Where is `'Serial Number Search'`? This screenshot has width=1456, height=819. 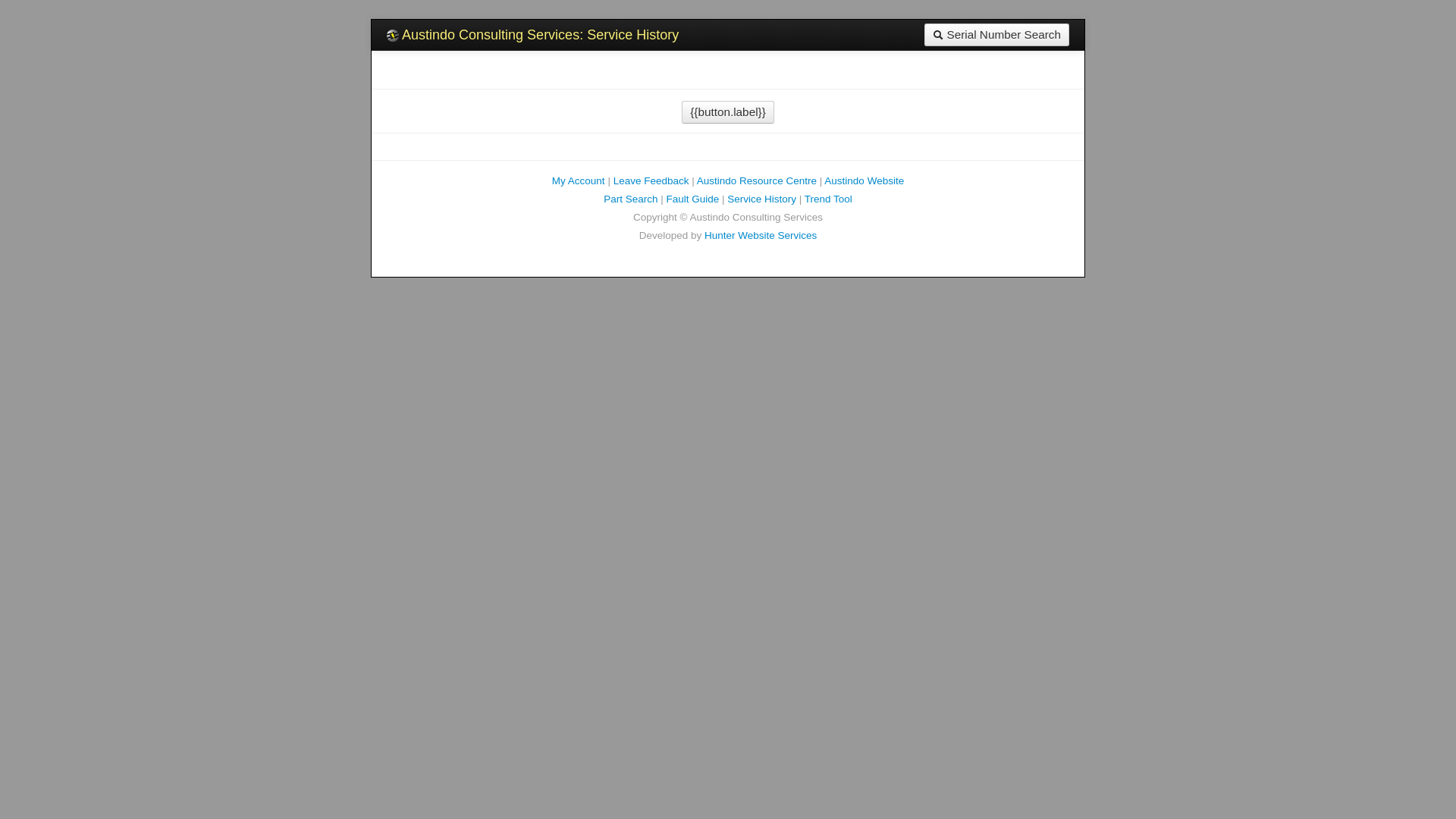
'Serial Number Search' is located at coordinates (924, 34).